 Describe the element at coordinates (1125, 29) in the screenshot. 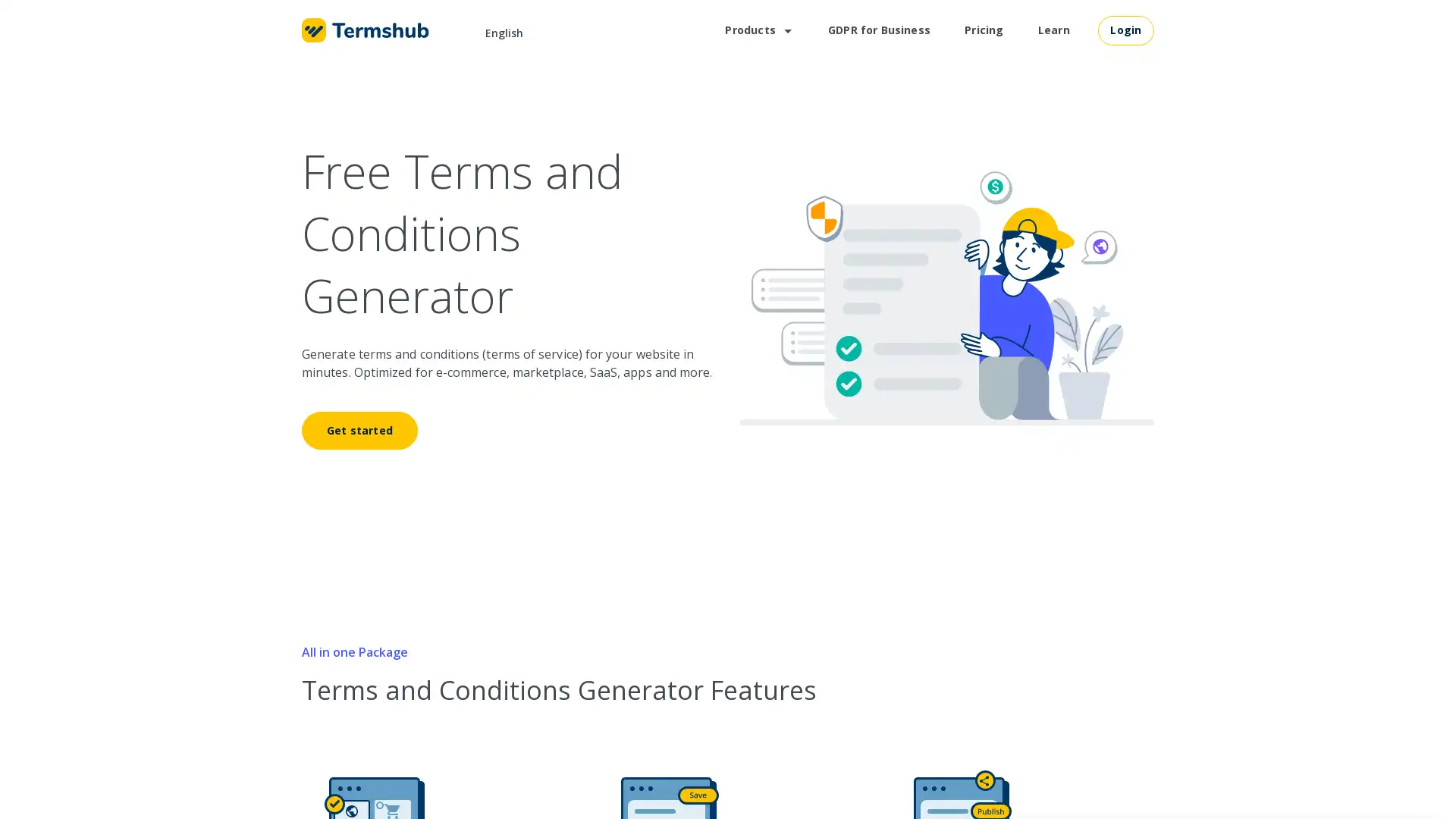

I see `Login` at that location.